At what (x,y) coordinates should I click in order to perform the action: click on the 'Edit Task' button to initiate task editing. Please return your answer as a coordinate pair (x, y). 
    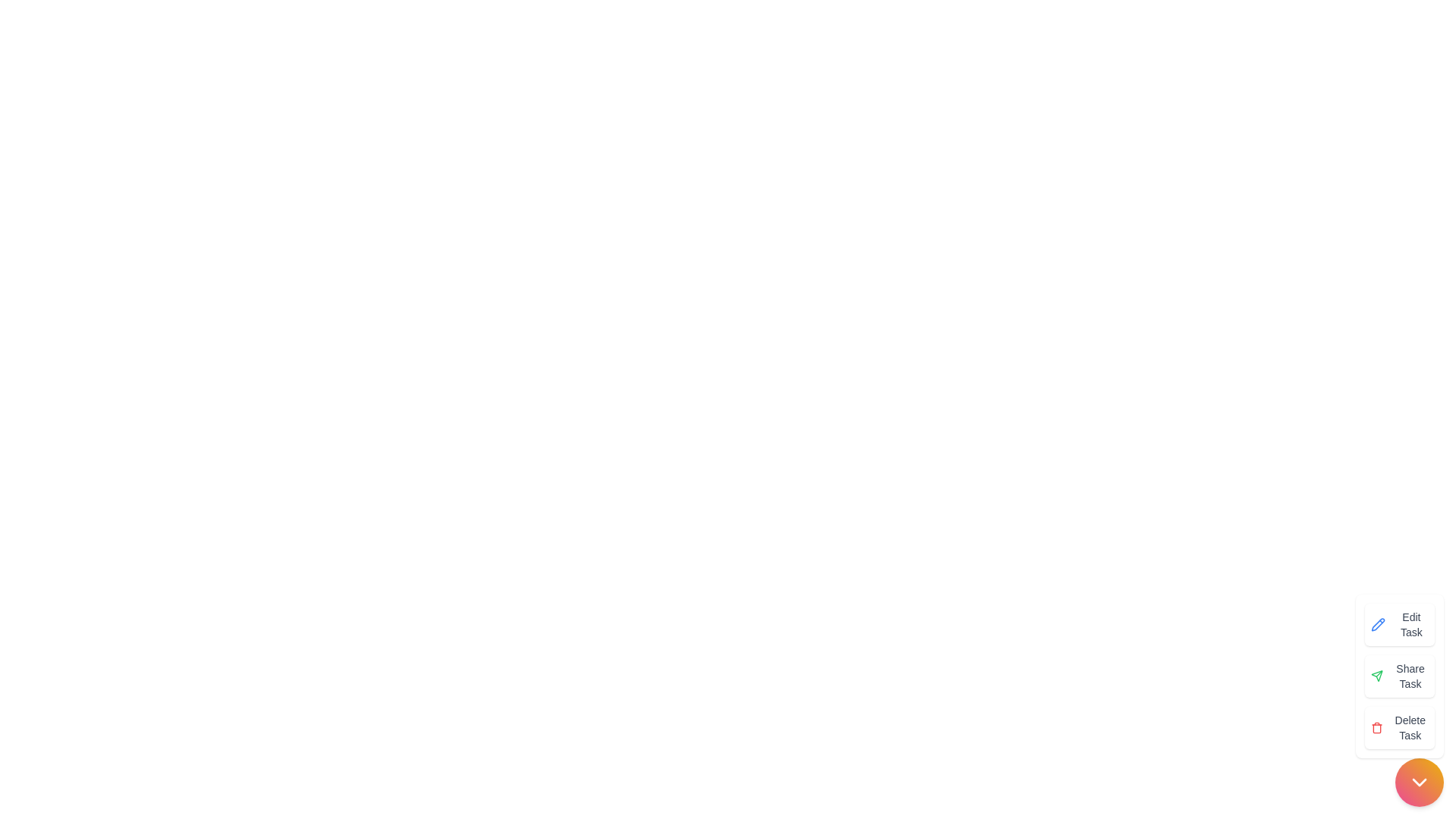
    Looking at the image, I should click on (1398, 625).